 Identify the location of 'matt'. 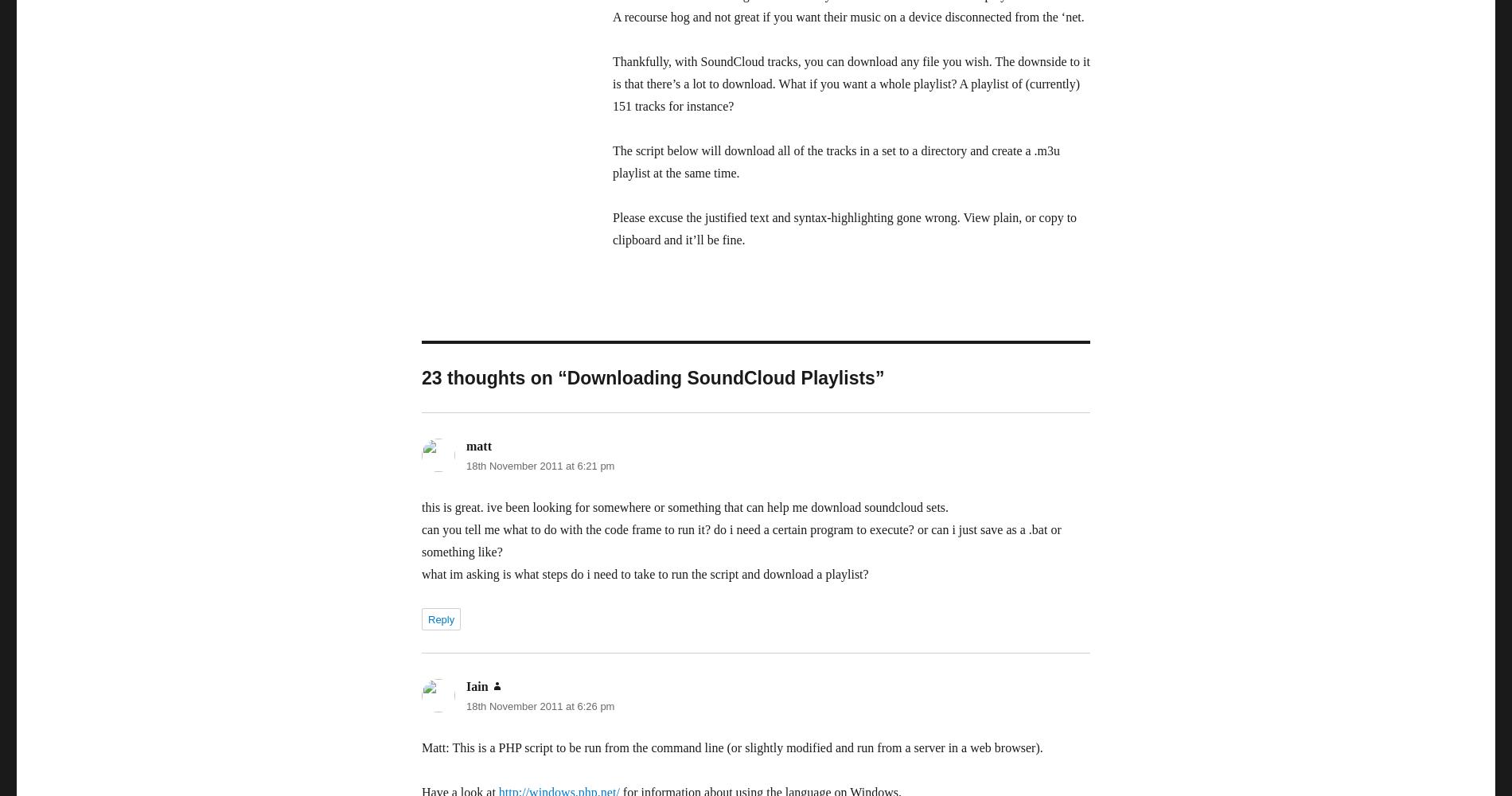
(478, 446).